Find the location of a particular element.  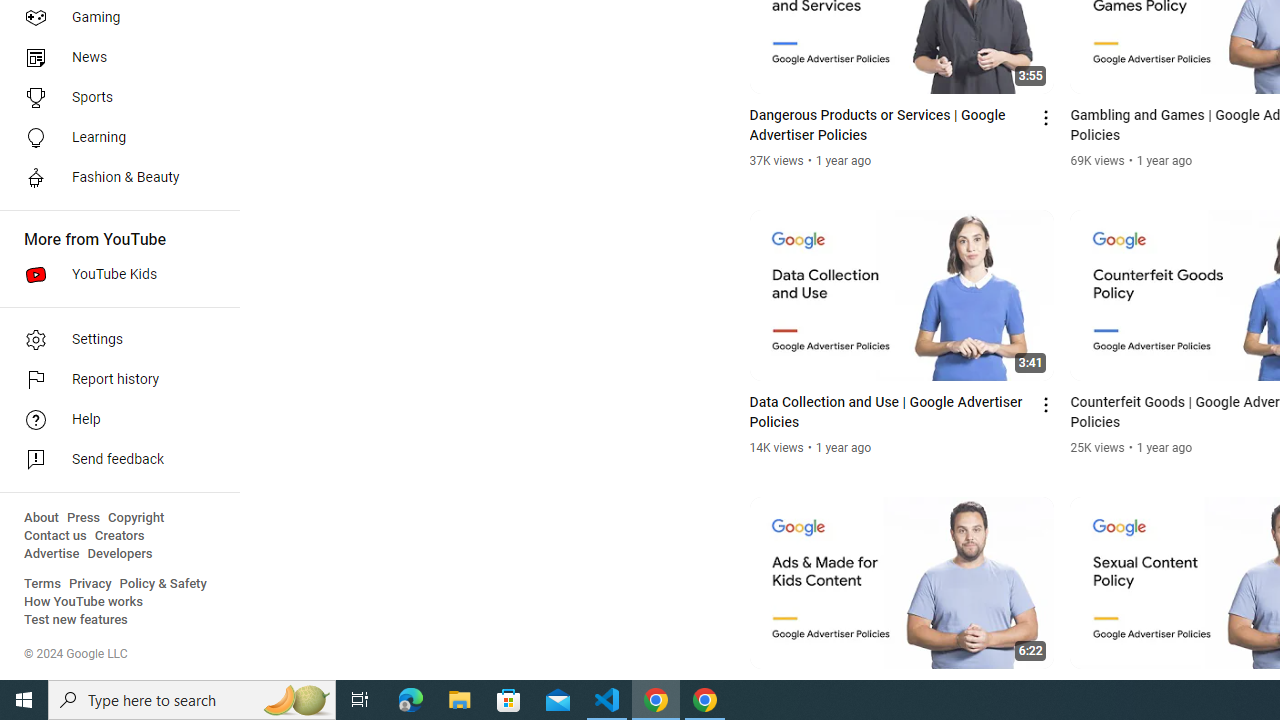

'Settings' is located at coordinates (112, 338).